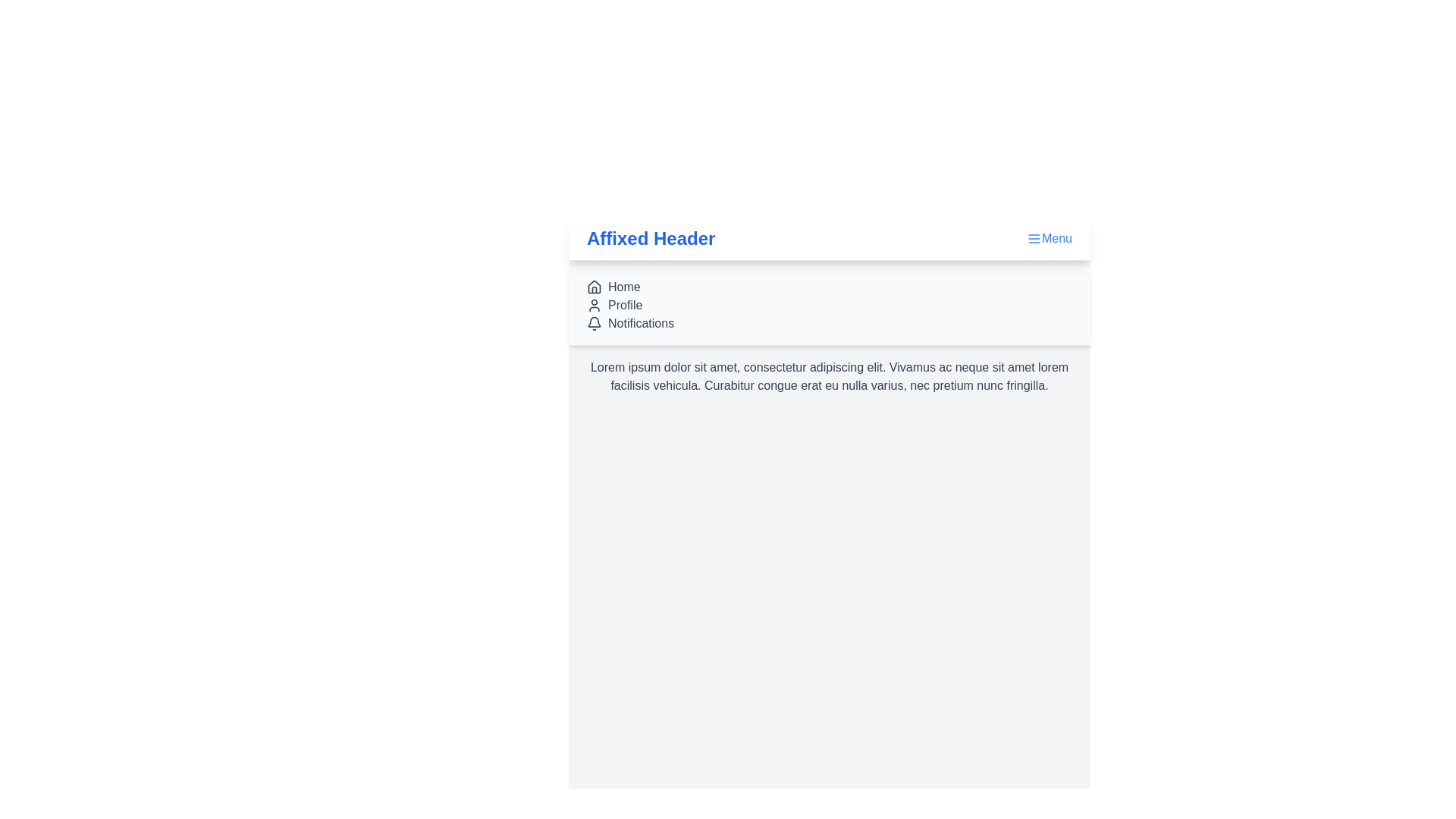 The height and width of the screenshot is (819, 1456). Describe the element at coordinates (593, 323) in the screenshot. I see `the notification icon located in the navigation panel under the 'Notifications' label` at that location.